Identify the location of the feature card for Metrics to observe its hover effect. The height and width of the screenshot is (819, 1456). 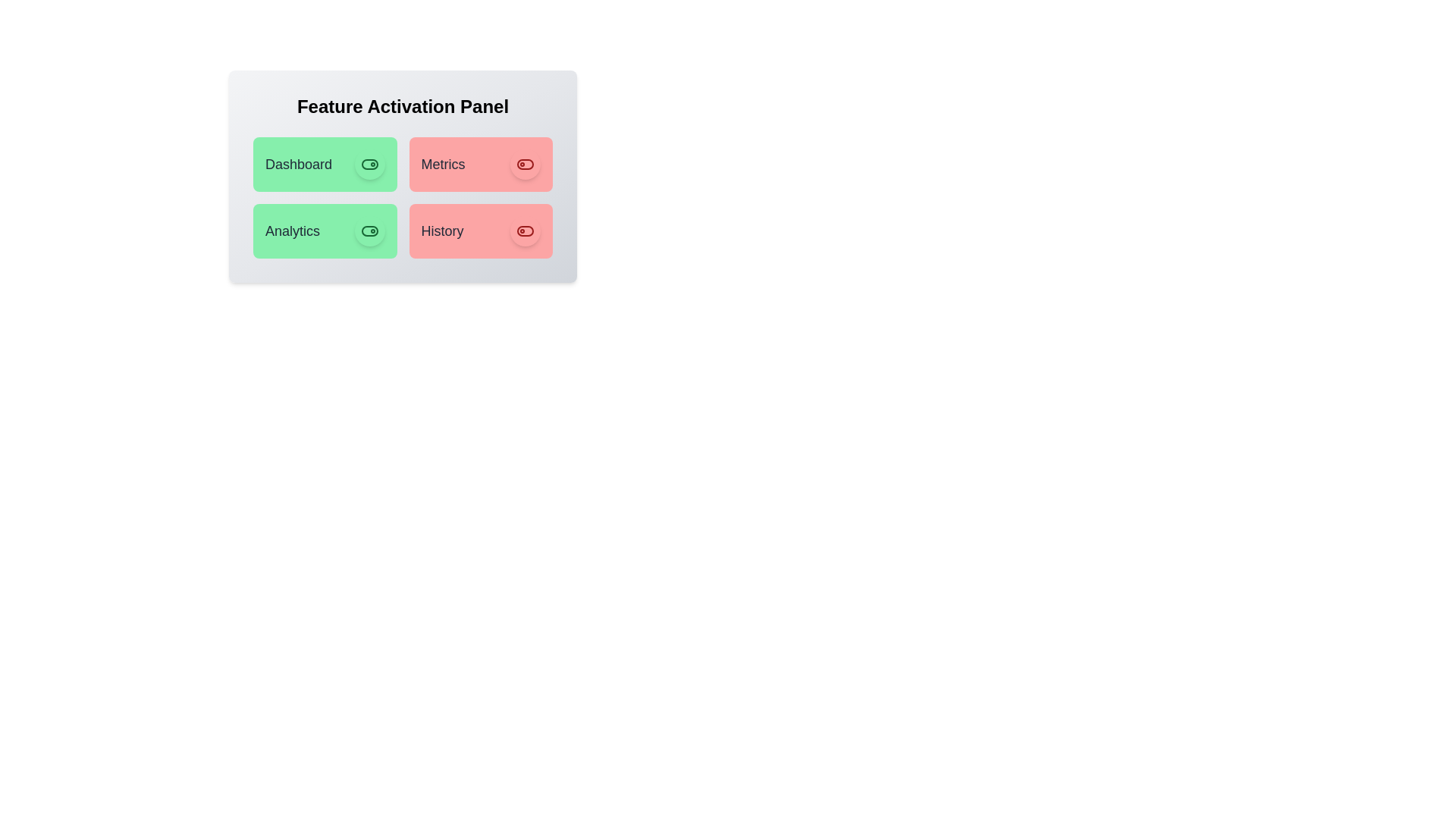
(480, 164).